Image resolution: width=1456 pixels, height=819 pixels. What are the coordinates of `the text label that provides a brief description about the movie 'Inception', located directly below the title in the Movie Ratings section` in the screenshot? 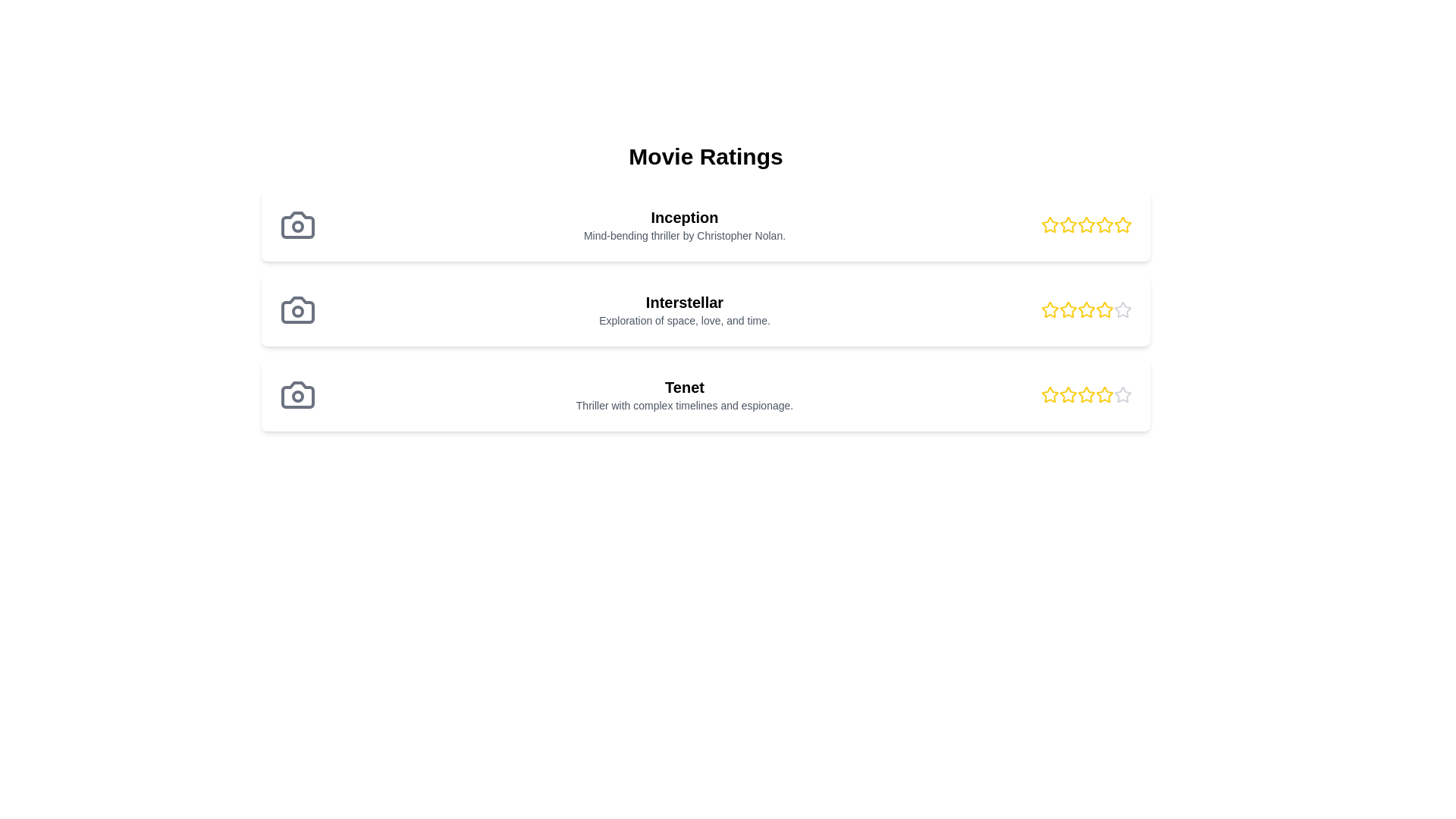 It's located at (683, 236).